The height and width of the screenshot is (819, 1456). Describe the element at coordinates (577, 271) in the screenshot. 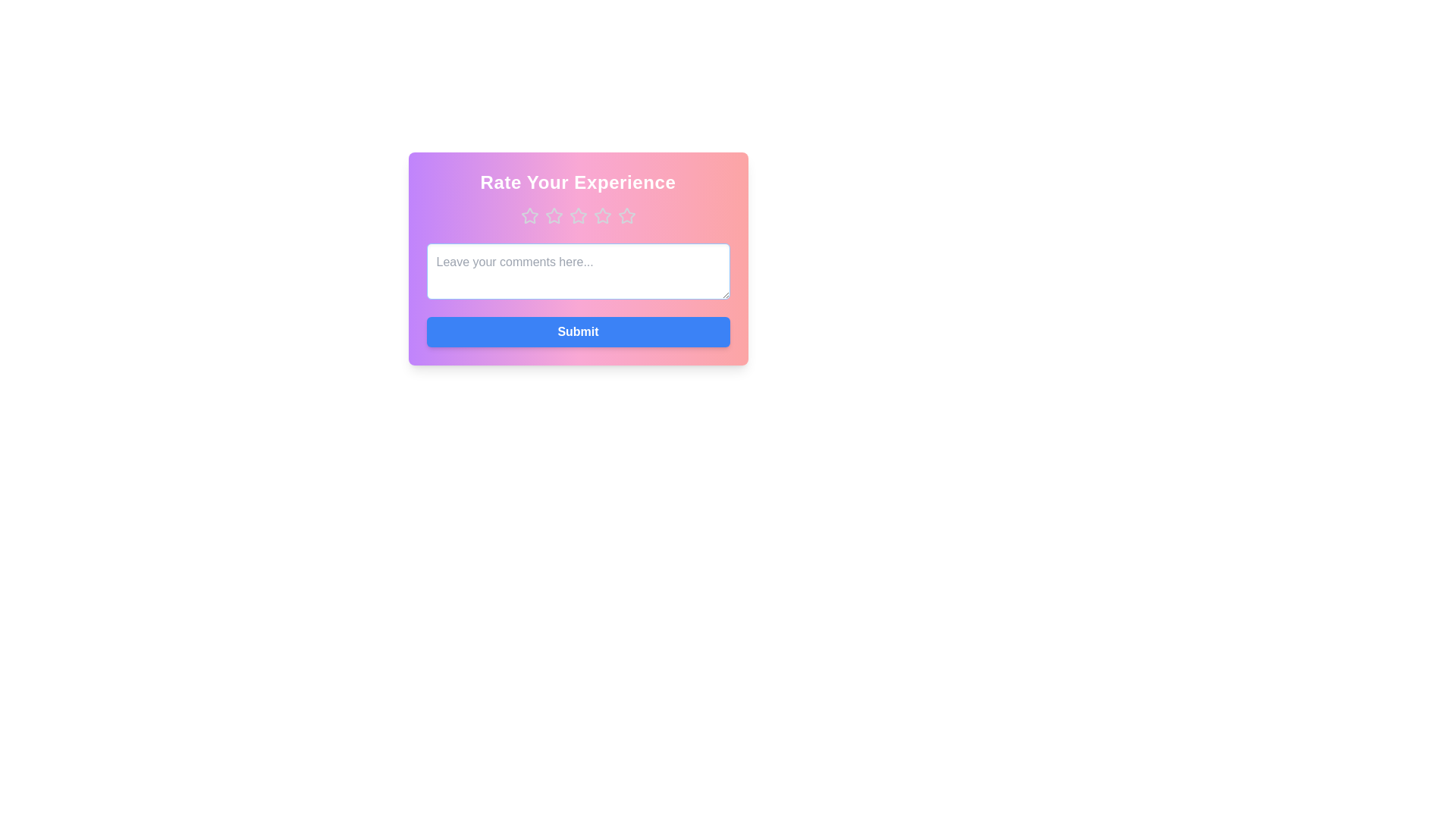

I see `the comment box to focus and type the desired text` at that location.